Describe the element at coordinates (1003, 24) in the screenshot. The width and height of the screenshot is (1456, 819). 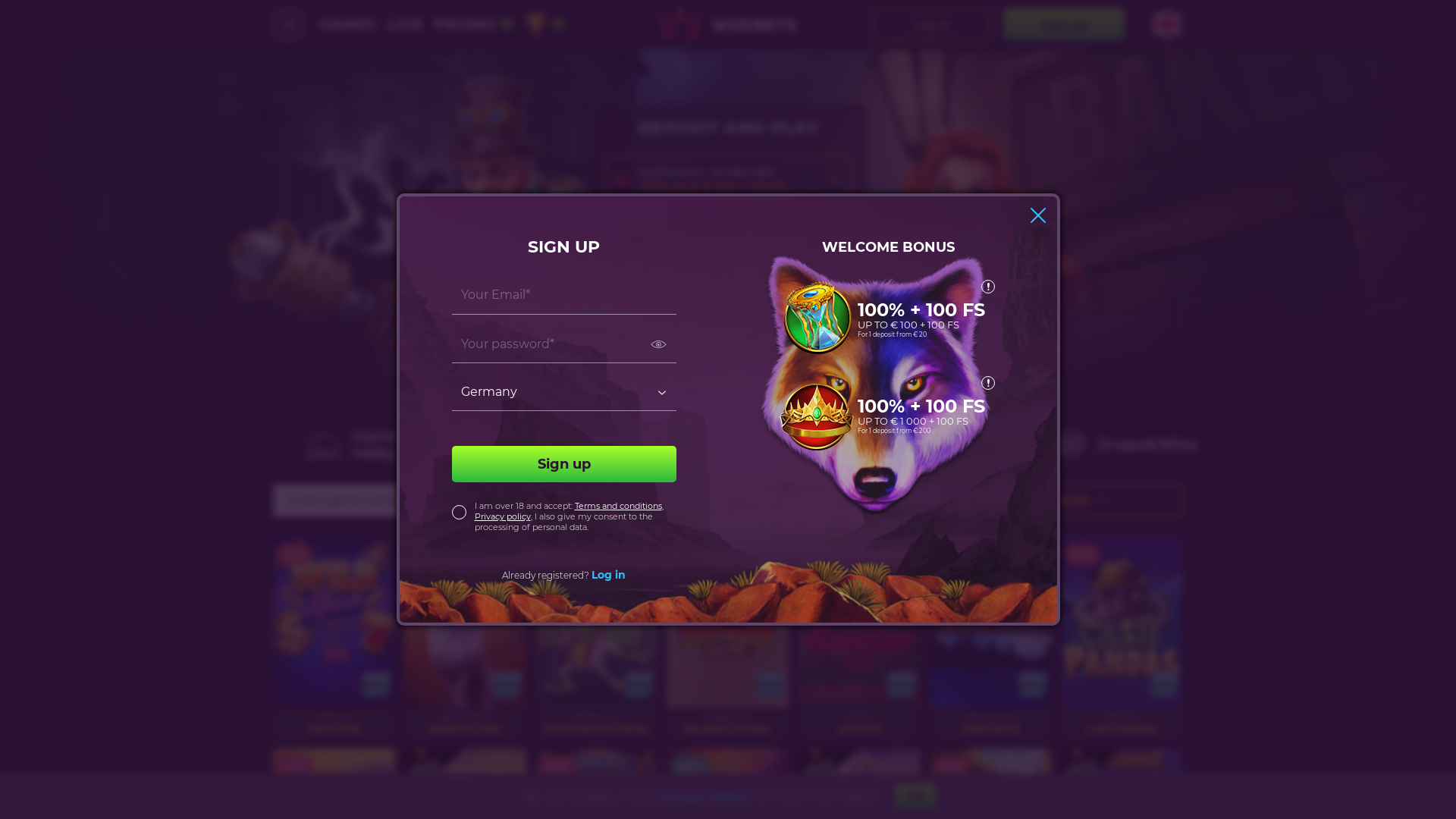
I see `'Sign up'` at that location.